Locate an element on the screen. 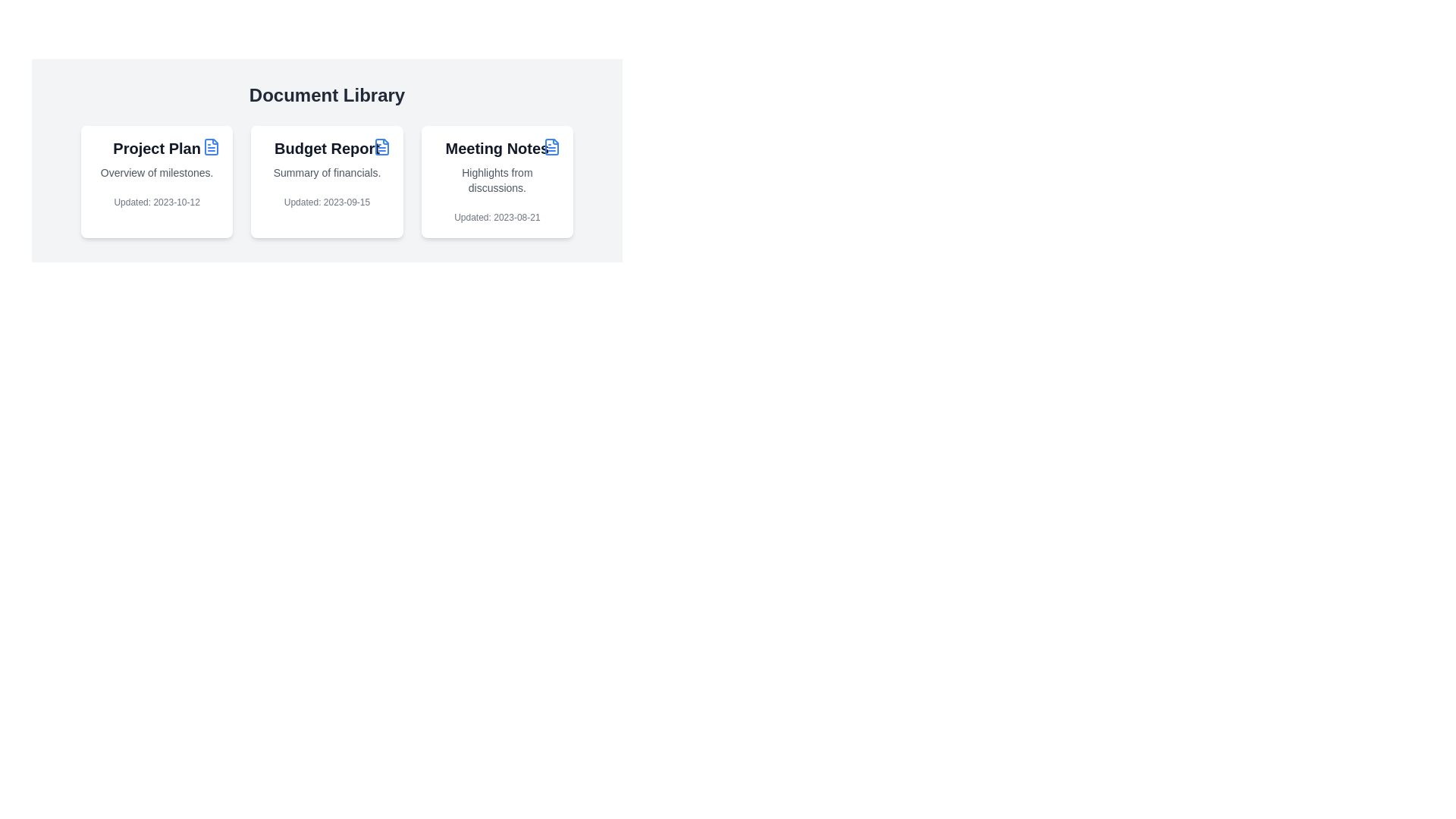 The height and width of the screenshot is (819, 1456). the document icon with a blue theme located at the top-right corner of the 'Meeting Notes' card is located at coordinates (551, 146).